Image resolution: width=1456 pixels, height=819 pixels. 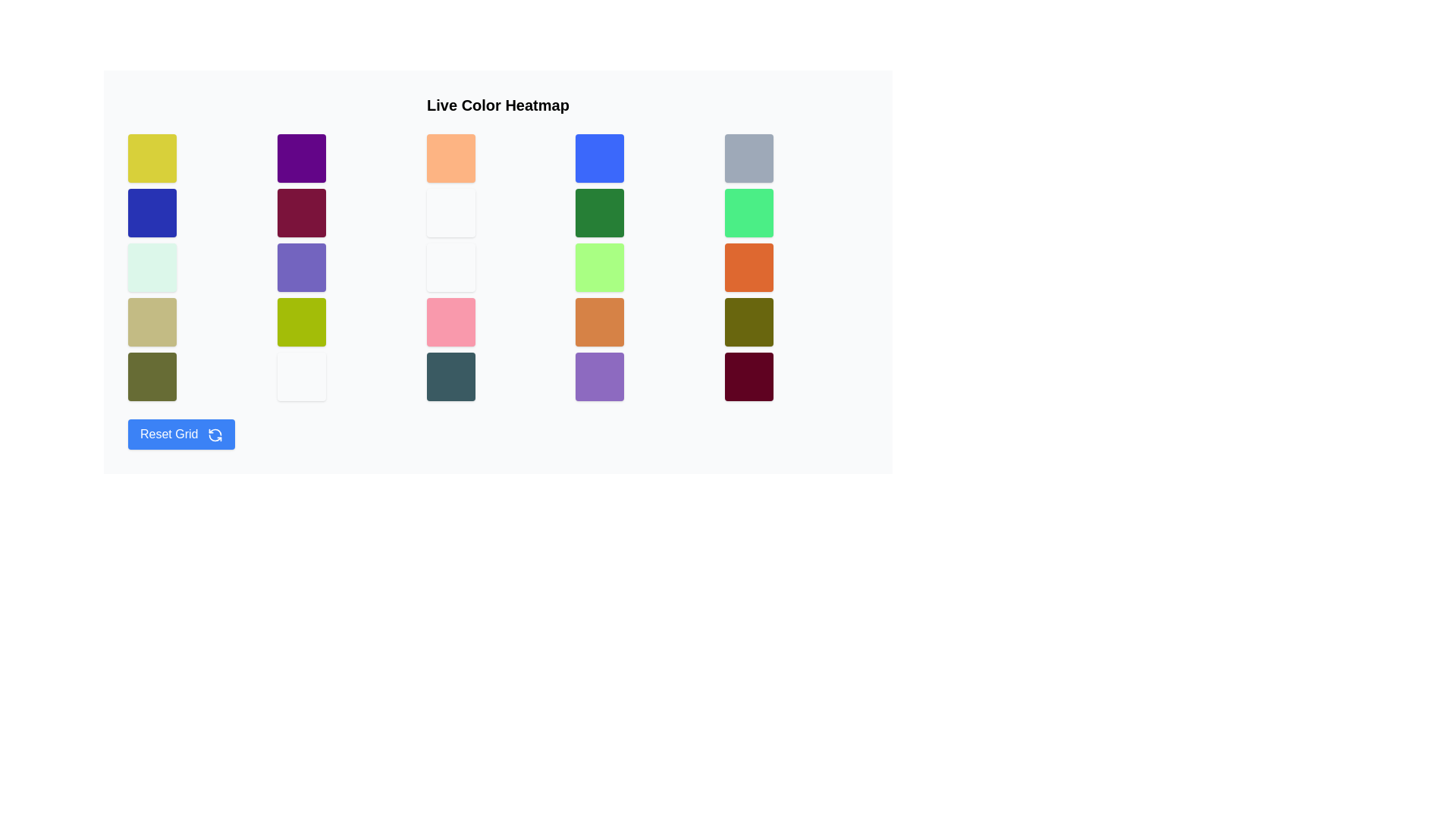 What do you see at coordinates (450, 267) in the screenshot?
I see `the Square visual placeholder located in the third column and third row of the grid layout` at bounding box center [450, 267].